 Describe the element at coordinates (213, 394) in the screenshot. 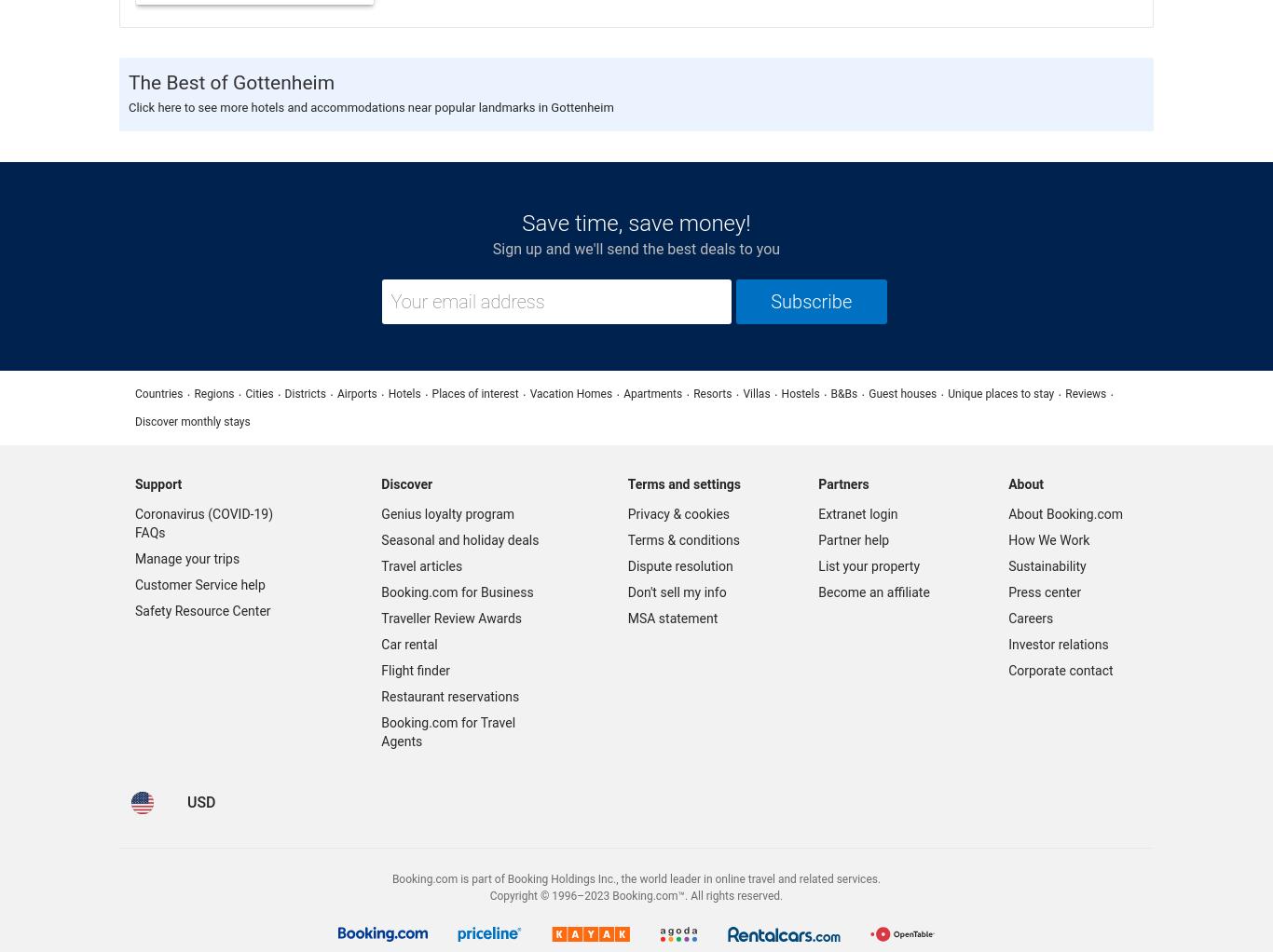

I see `'Regions'` at that location.